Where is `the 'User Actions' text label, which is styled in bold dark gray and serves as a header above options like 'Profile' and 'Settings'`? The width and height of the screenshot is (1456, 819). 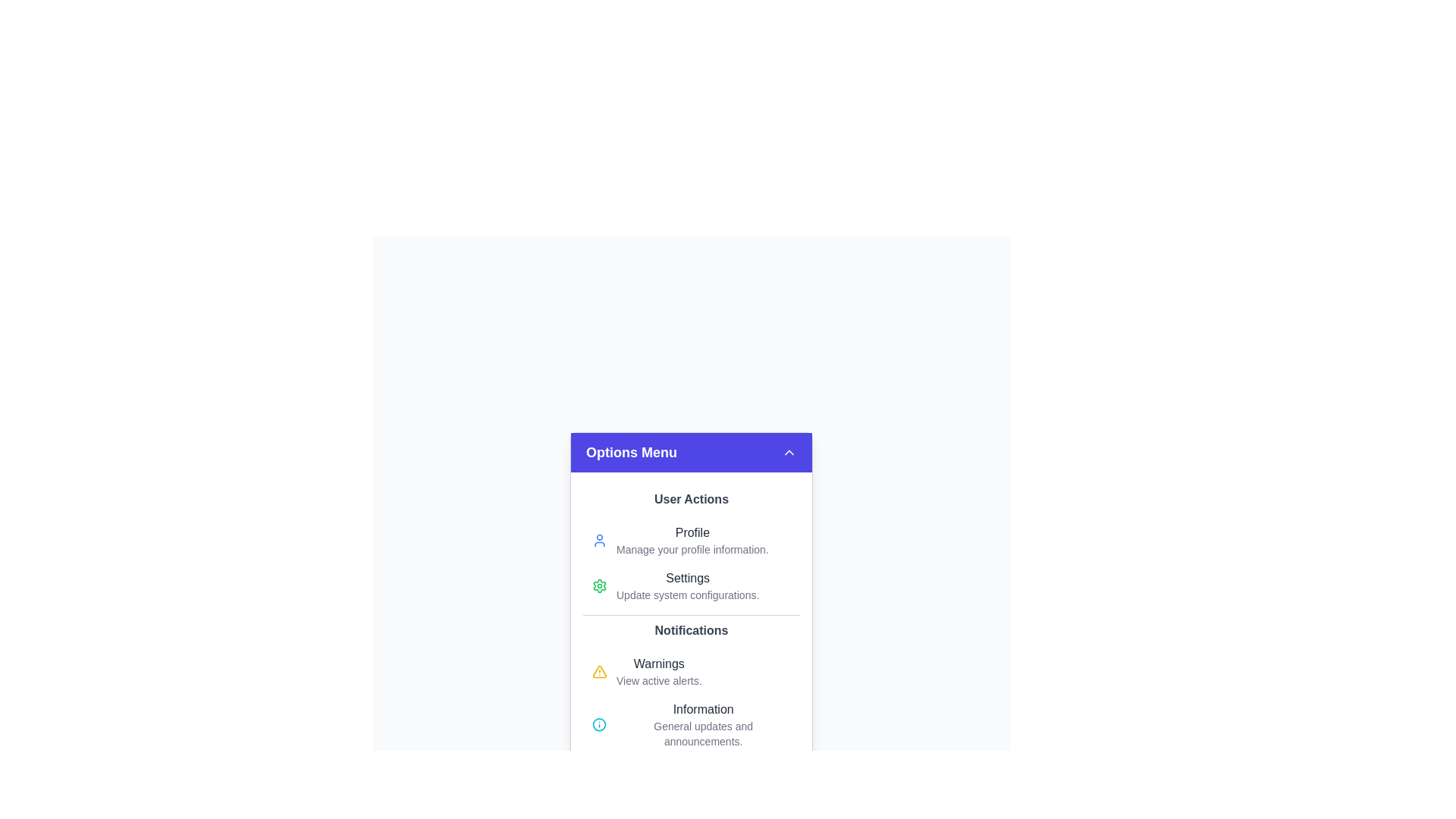 the 'User Actions' text label, which is styled in bold dark gray and serves as a header above options like 'Profile' and 'Settings' is located at coordinates (691, 500).